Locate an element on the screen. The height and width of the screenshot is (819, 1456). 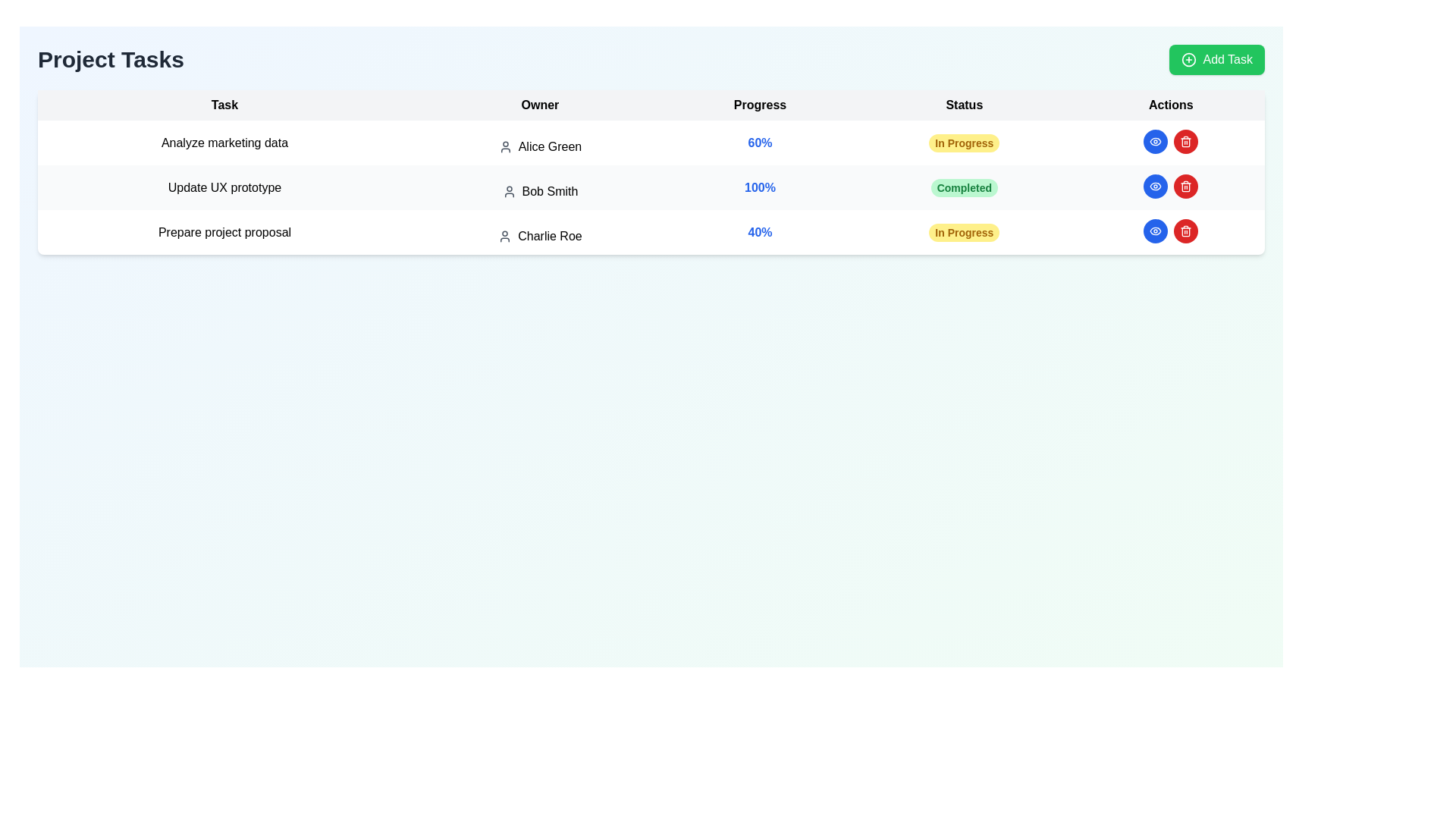
the circular blue button with a white eye icon in the 'Actions' column of the first row is located at coordinates (1154, 141).